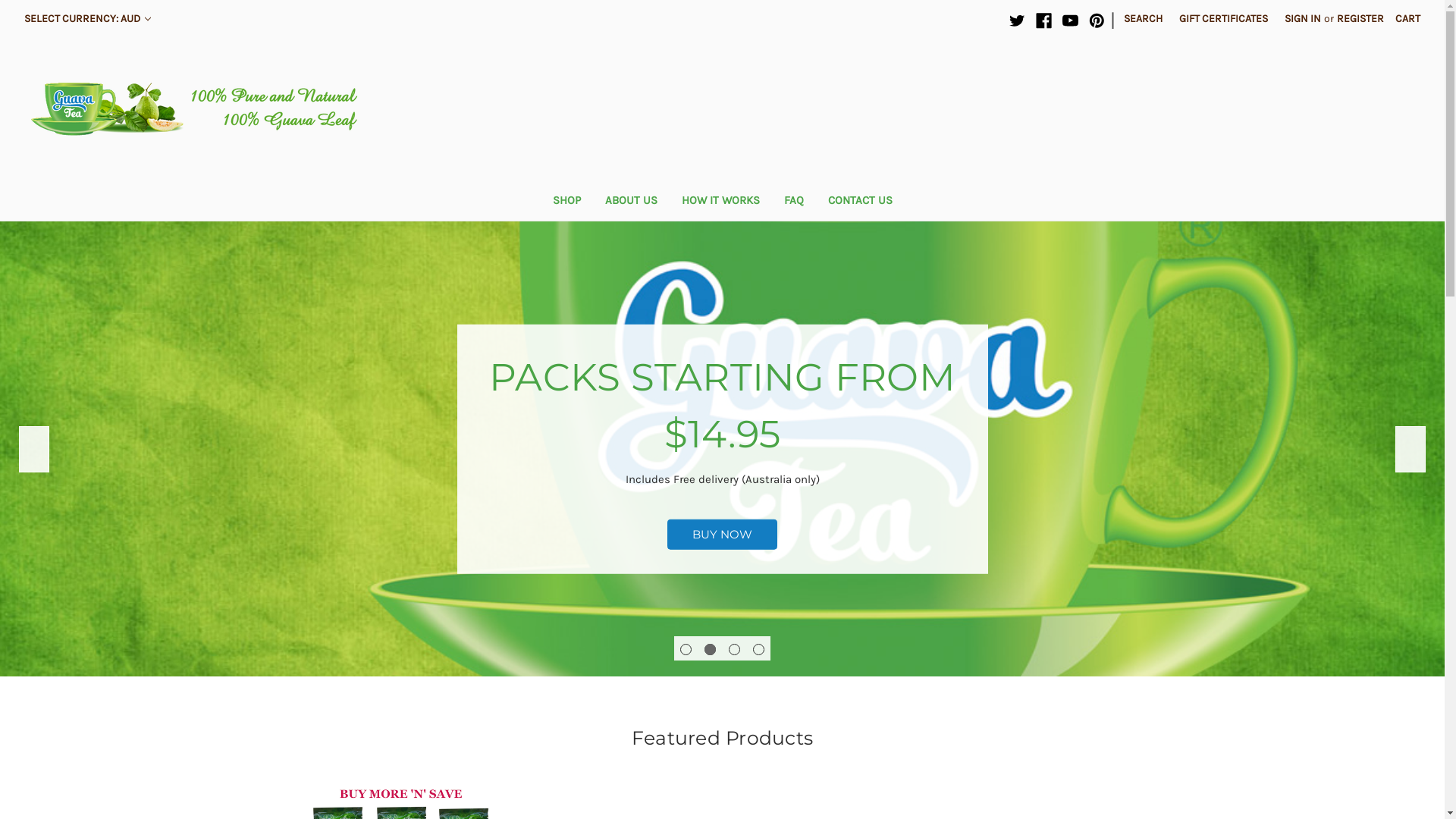  What do you see at coordinates (792, 201) in the screenshot?
I see `'FAQ'` at bounding box center [792, 201].